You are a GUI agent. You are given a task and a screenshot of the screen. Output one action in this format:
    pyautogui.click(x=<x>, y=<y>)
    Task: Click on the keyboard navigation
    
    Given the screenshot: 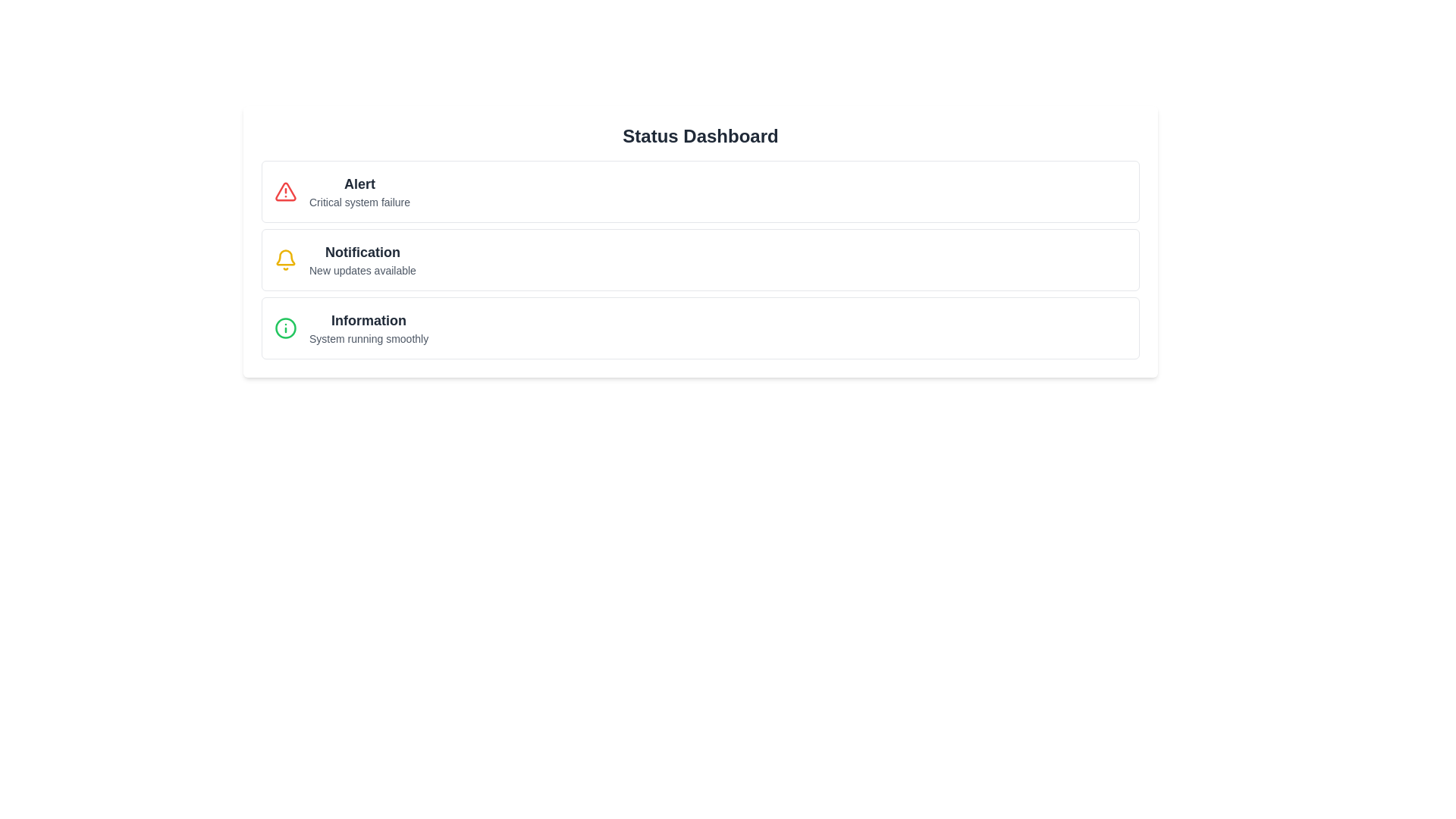 What is the action you would take?
    pyautogui.click(x=369, y=320)
    